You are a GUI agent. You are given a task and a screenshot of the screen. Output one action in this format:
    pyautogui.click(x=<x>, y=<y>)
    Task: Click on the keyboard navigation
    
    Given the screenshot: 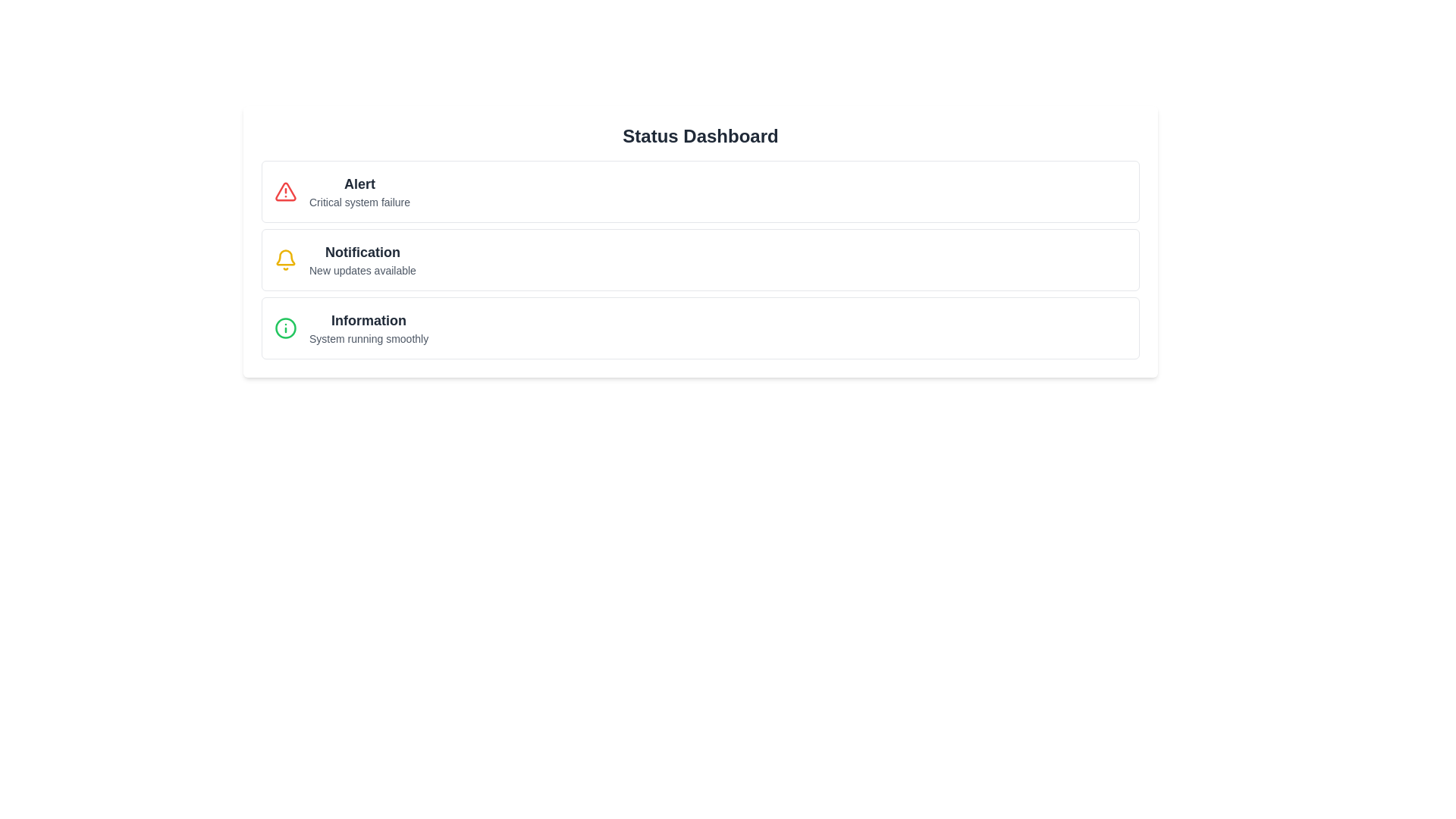 What is the action you would take?
    pyautogui.click(x=369, y=320)
    